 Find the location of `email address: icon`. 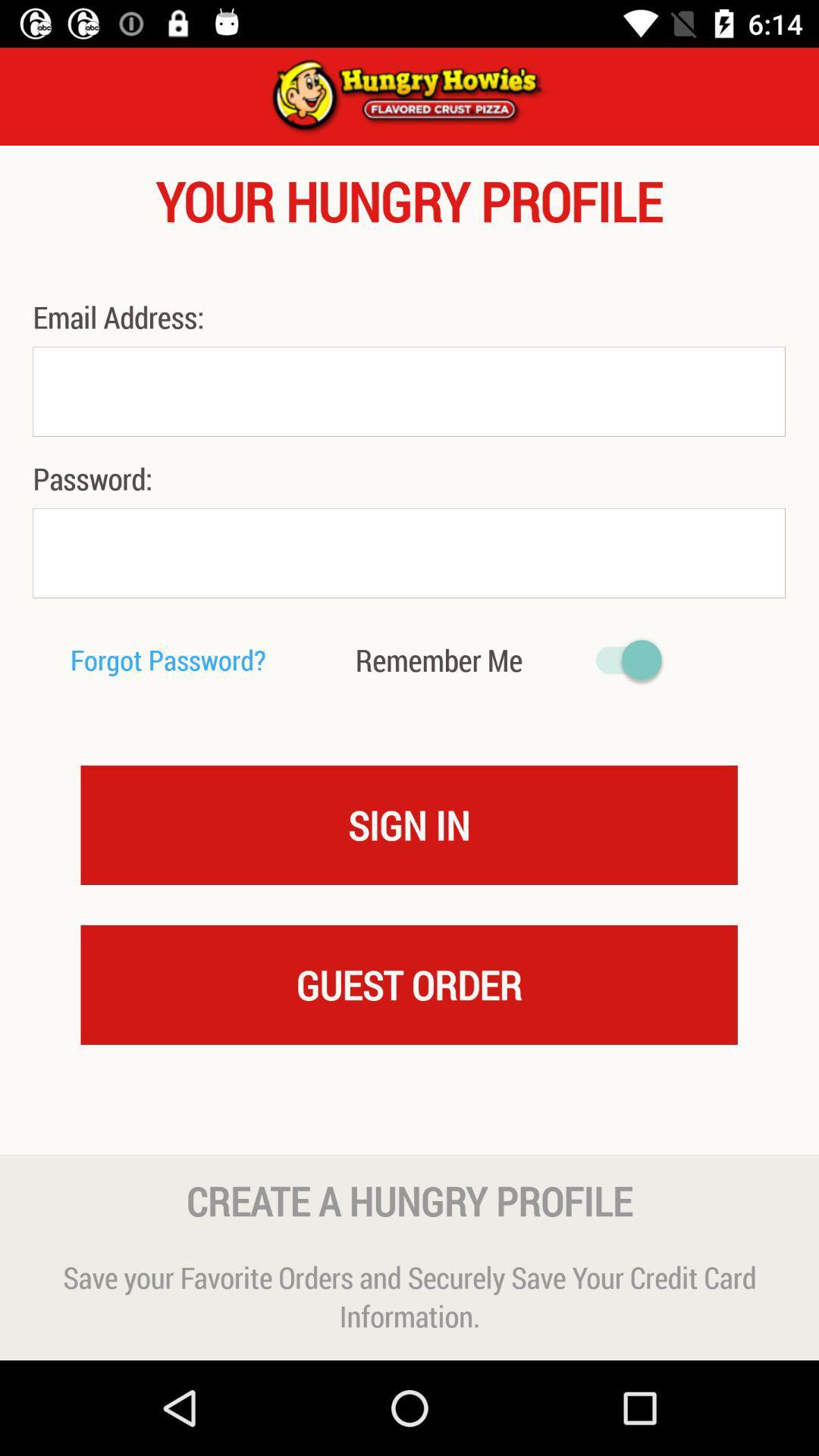

email address: icon is located at coordinates (121, 316).